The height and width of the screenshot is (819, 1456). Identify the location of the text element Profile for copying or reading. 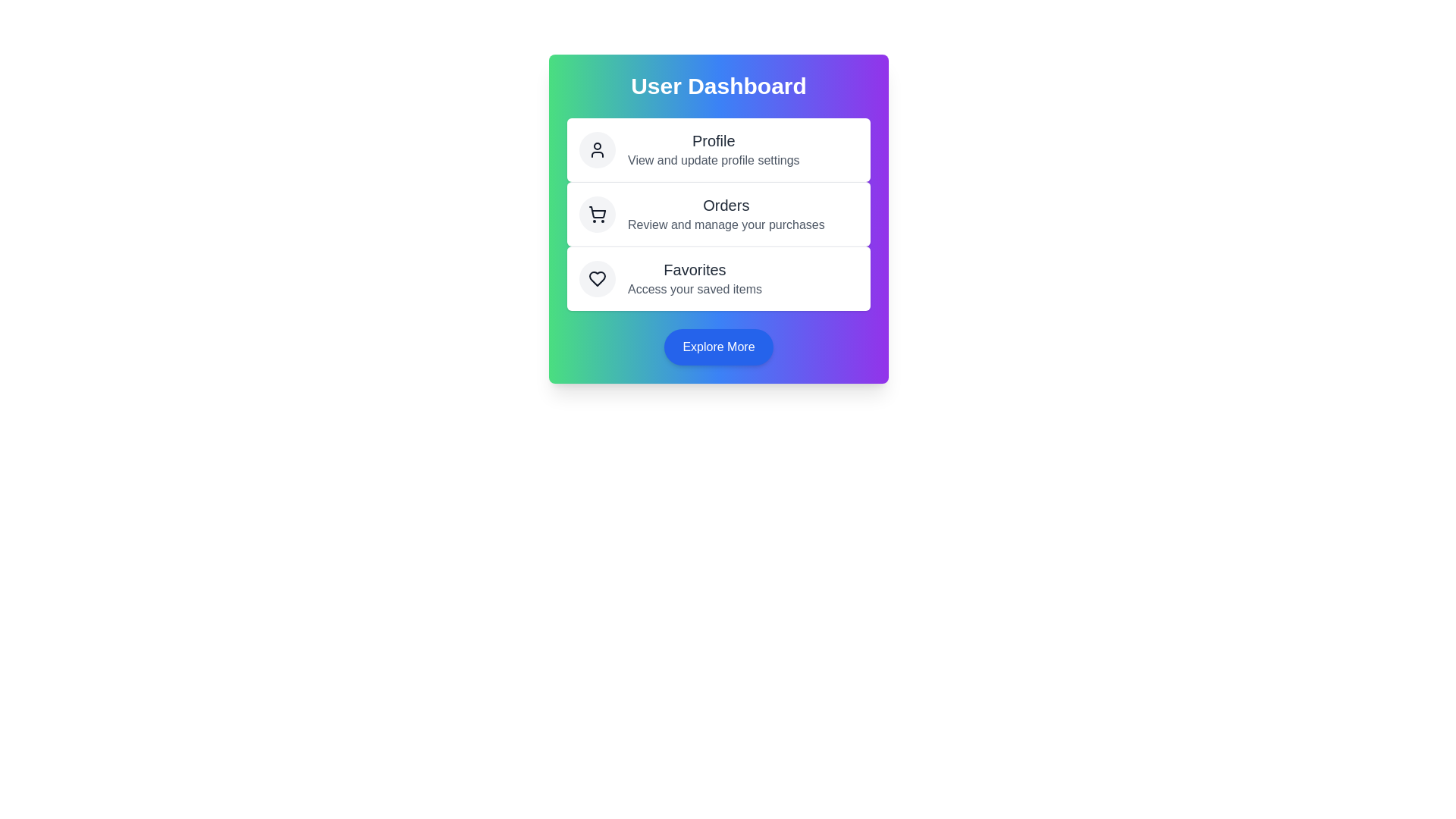
(712, 140).